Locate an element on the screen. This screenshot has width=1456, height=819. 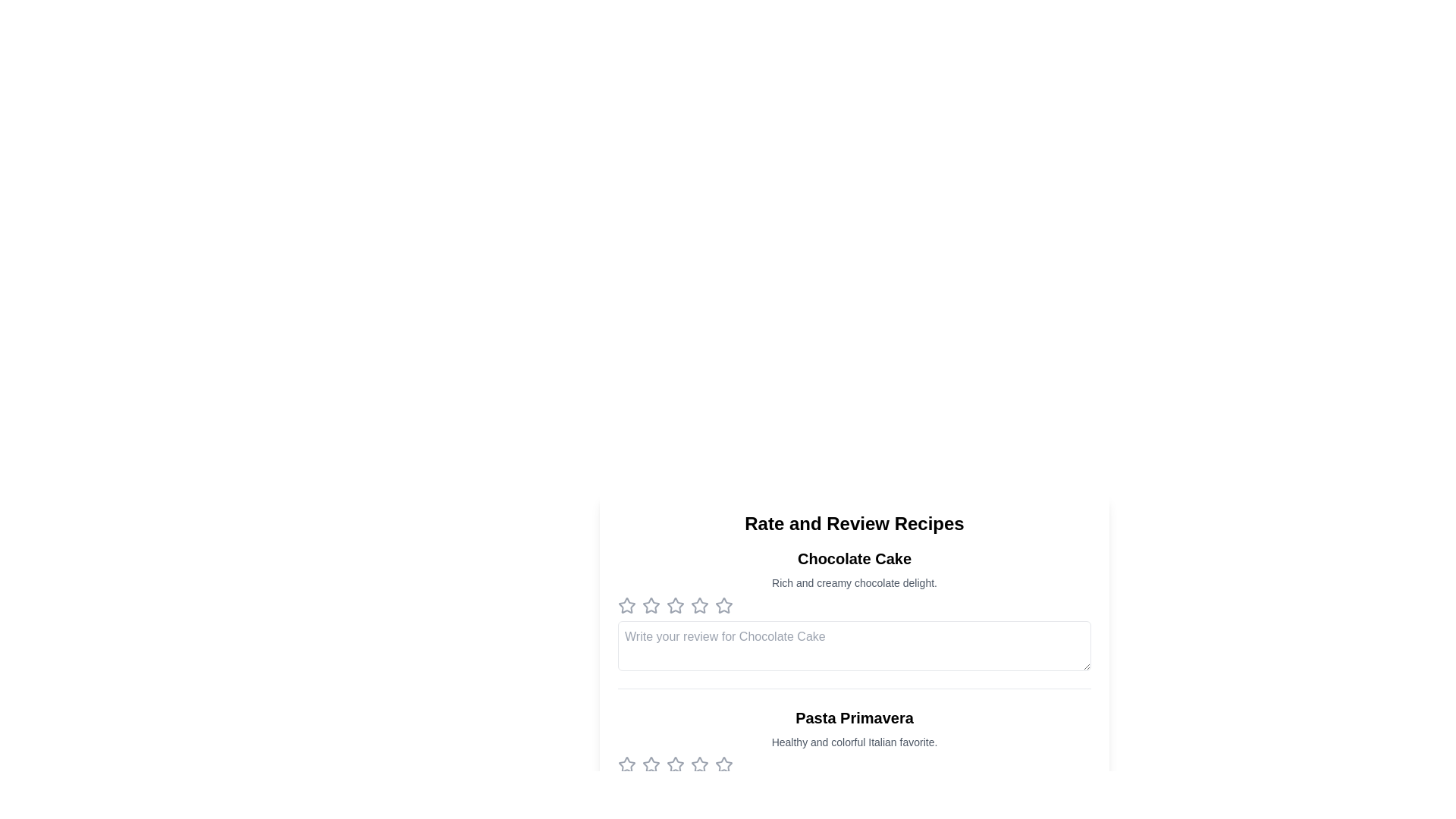
the second star in the five-star rating system for the 'Chocolate Cake' review to rate it is located at coordinates (651, 604).